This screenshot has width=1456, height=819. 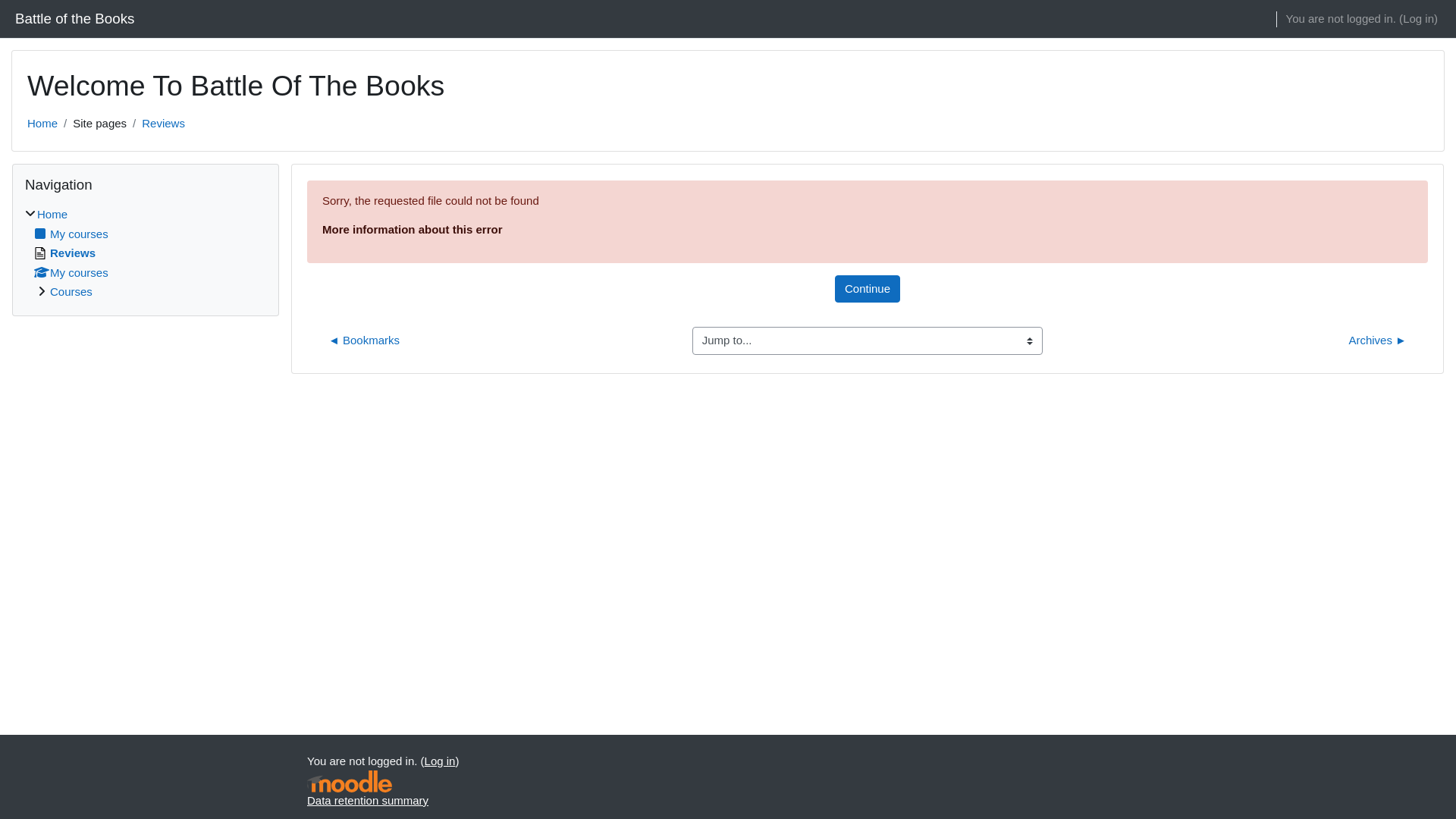 What do you see at coordinates (74, 18) in the screenshot?
I see `'Battle of the Books'` at bounding box center [74, 18].